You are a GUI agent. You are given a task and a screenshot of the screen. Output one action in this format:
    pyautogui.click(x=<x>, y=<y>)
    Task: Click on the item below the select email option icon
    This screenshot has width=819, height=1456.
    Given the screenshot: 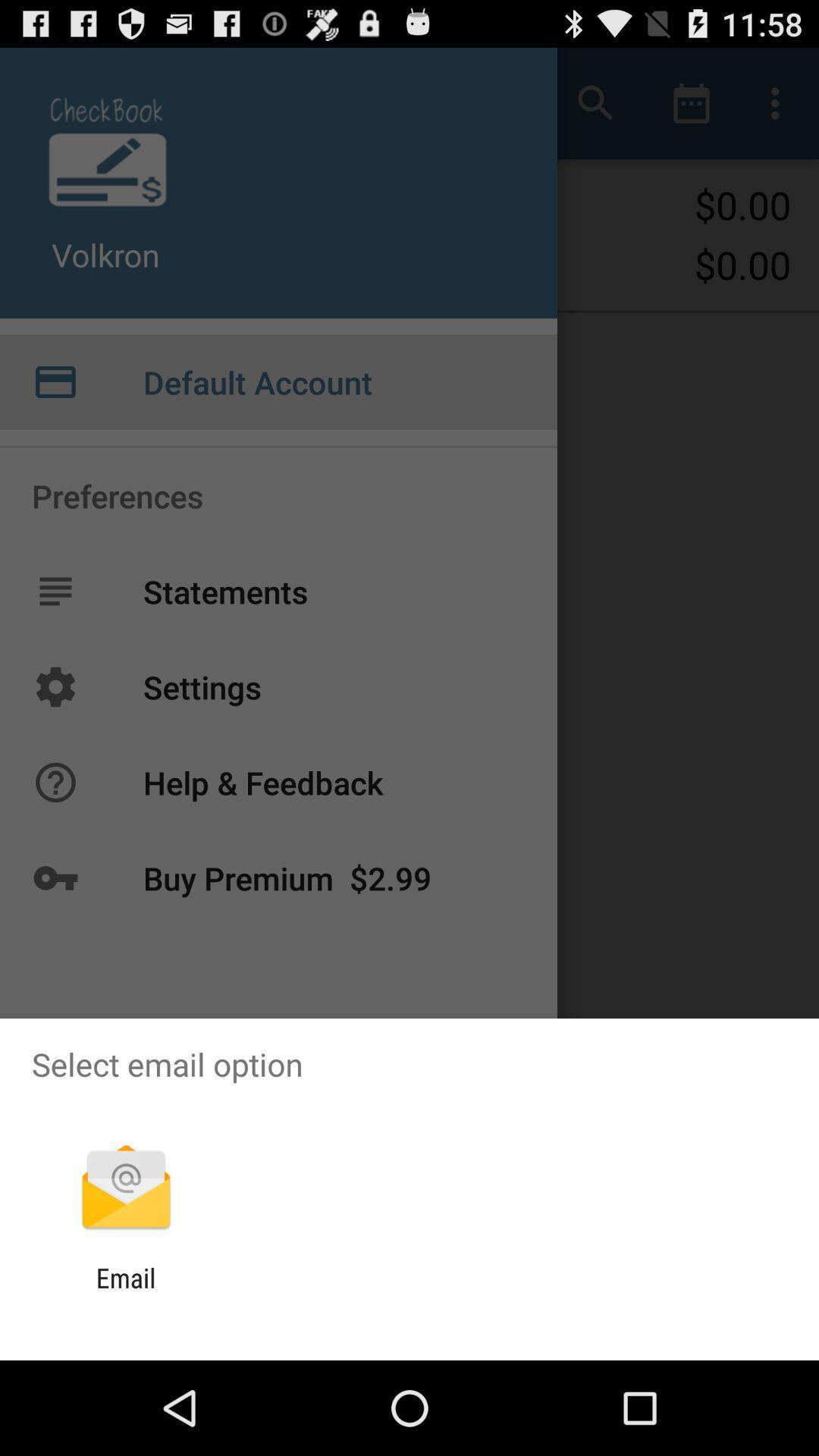 What is the action you would take?
    pyautogui.click(x=125, y=1188)
    